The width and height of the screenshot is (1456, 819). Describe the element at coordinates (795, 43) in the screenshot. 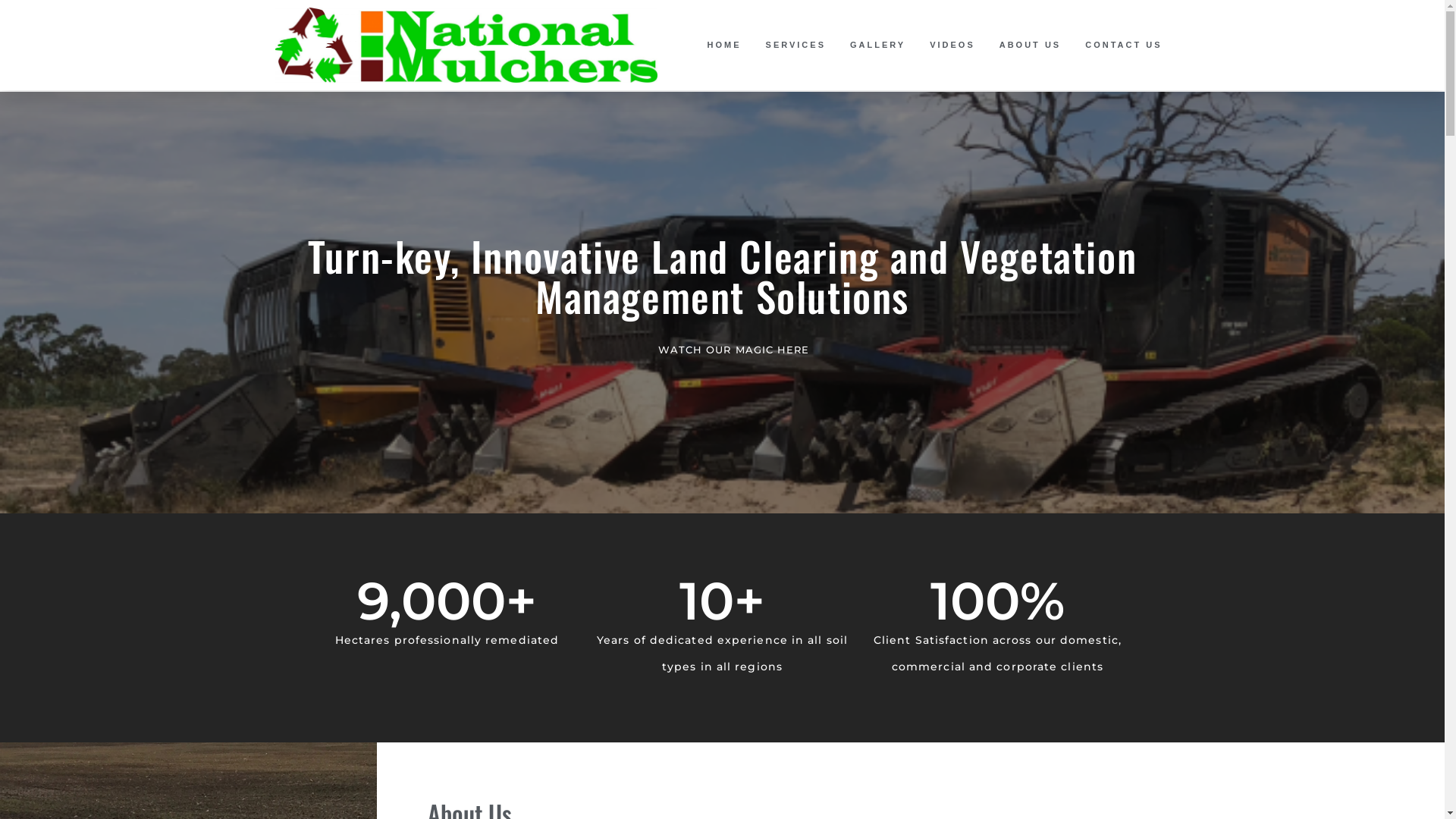

I see `'SERVICES'` at that location.